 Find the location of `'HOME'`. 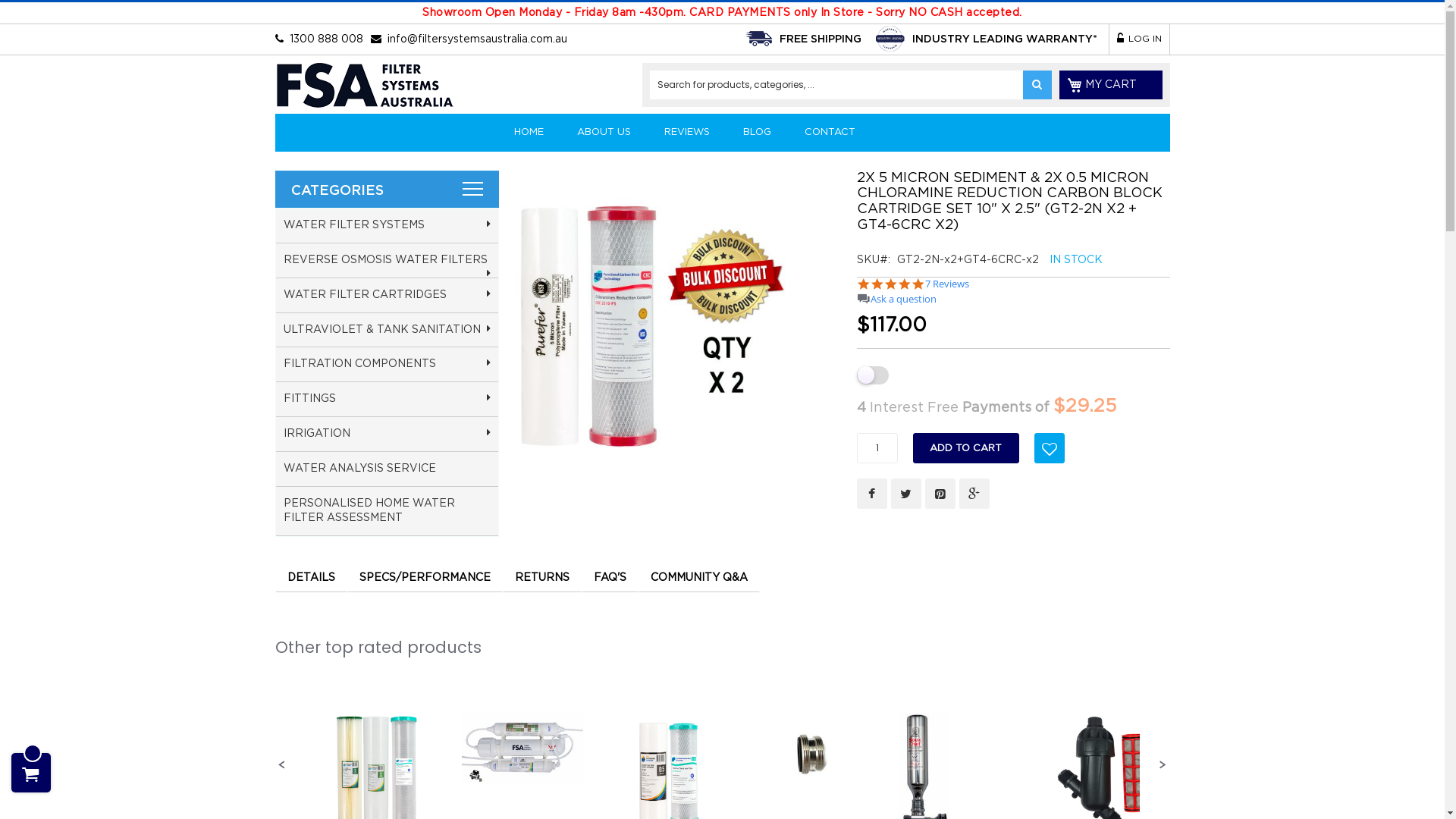

'HOME' is located at coordinates (498, 131).